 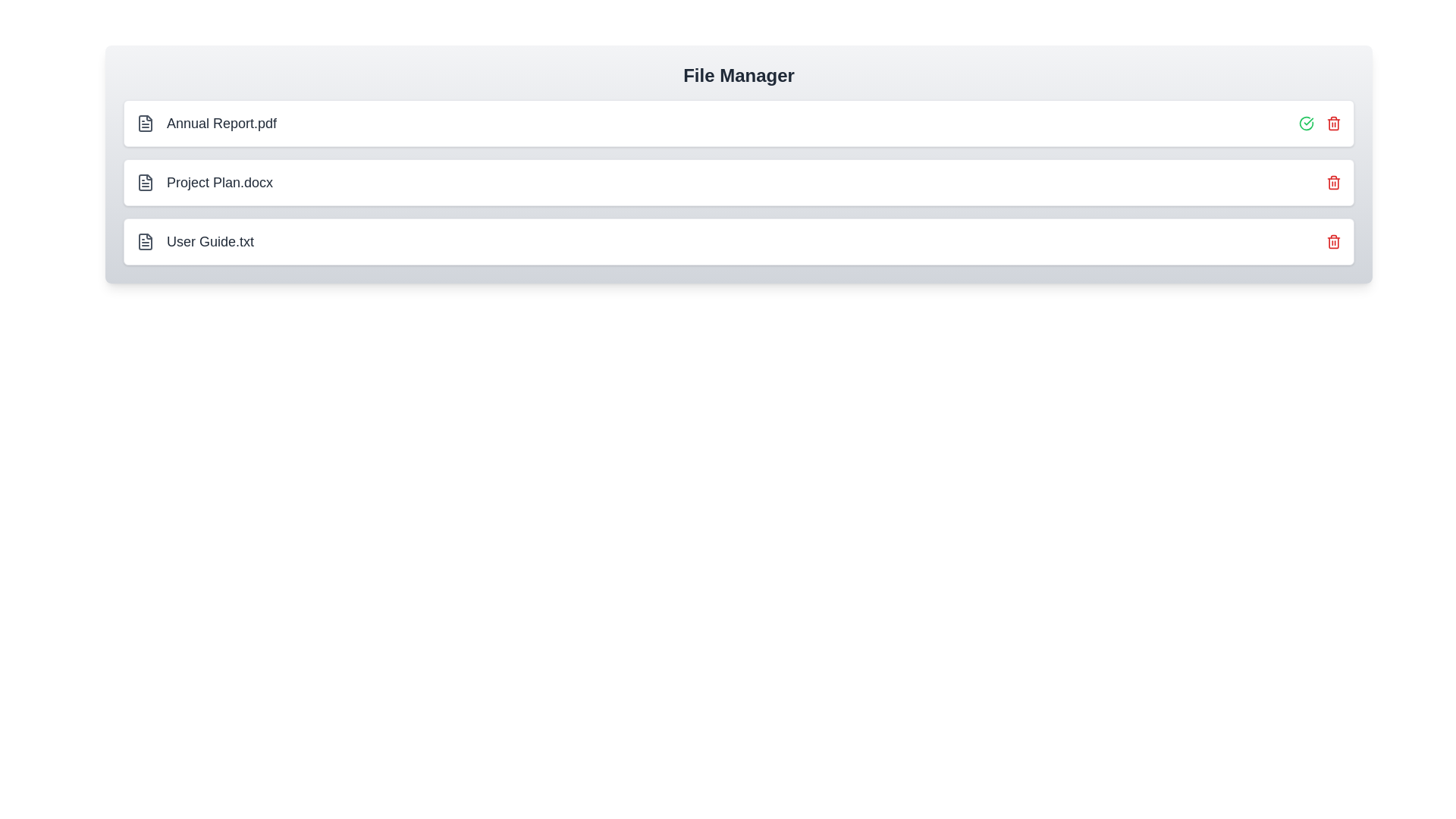 I want to click on the text label indicating the filename 'User Guide.txt' for accessibility purposes, so click(x=209, y=241).